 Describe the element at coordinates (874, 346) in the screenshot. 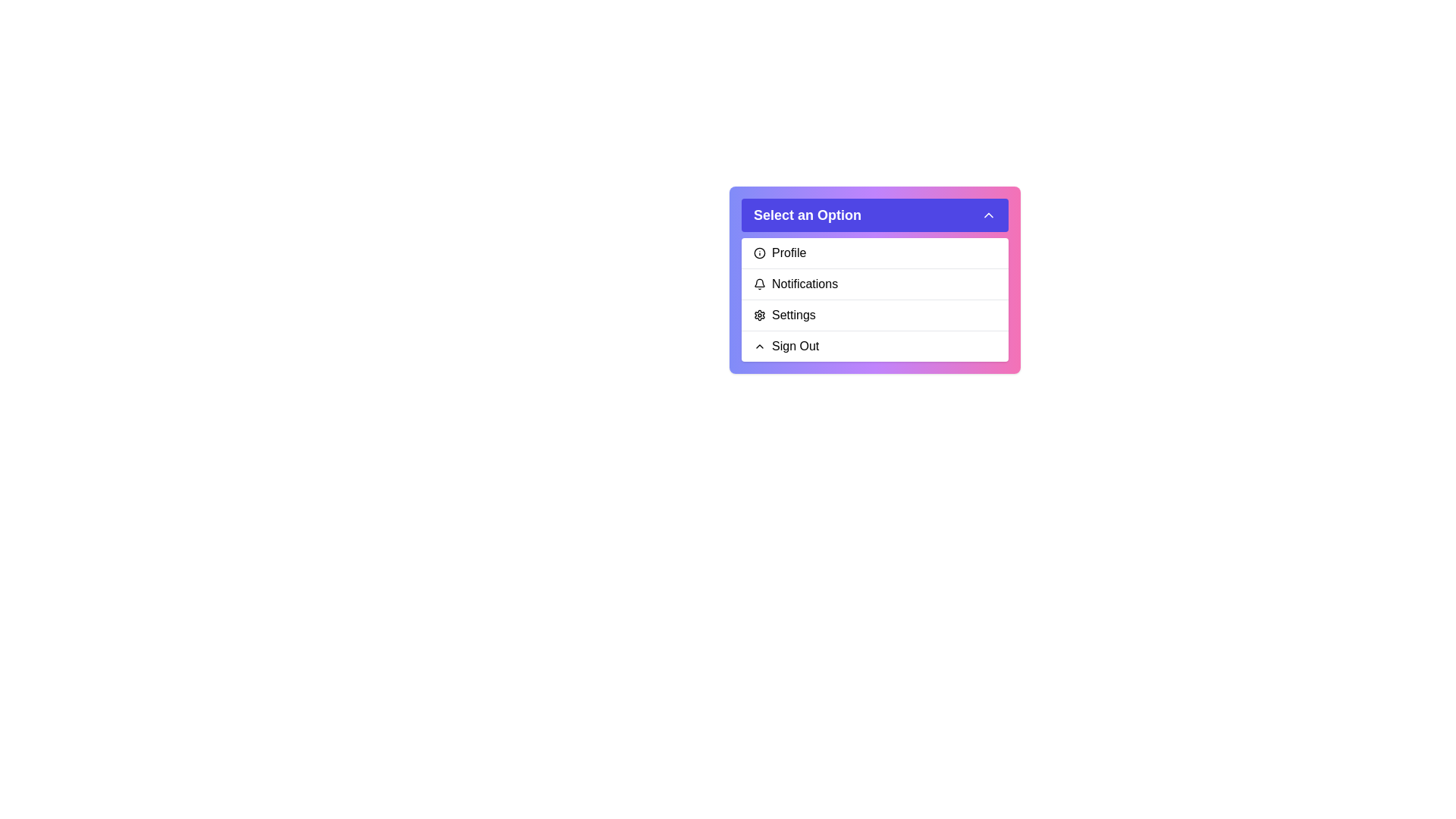

I see `the Sign Out from the dropdown menu` at that location.